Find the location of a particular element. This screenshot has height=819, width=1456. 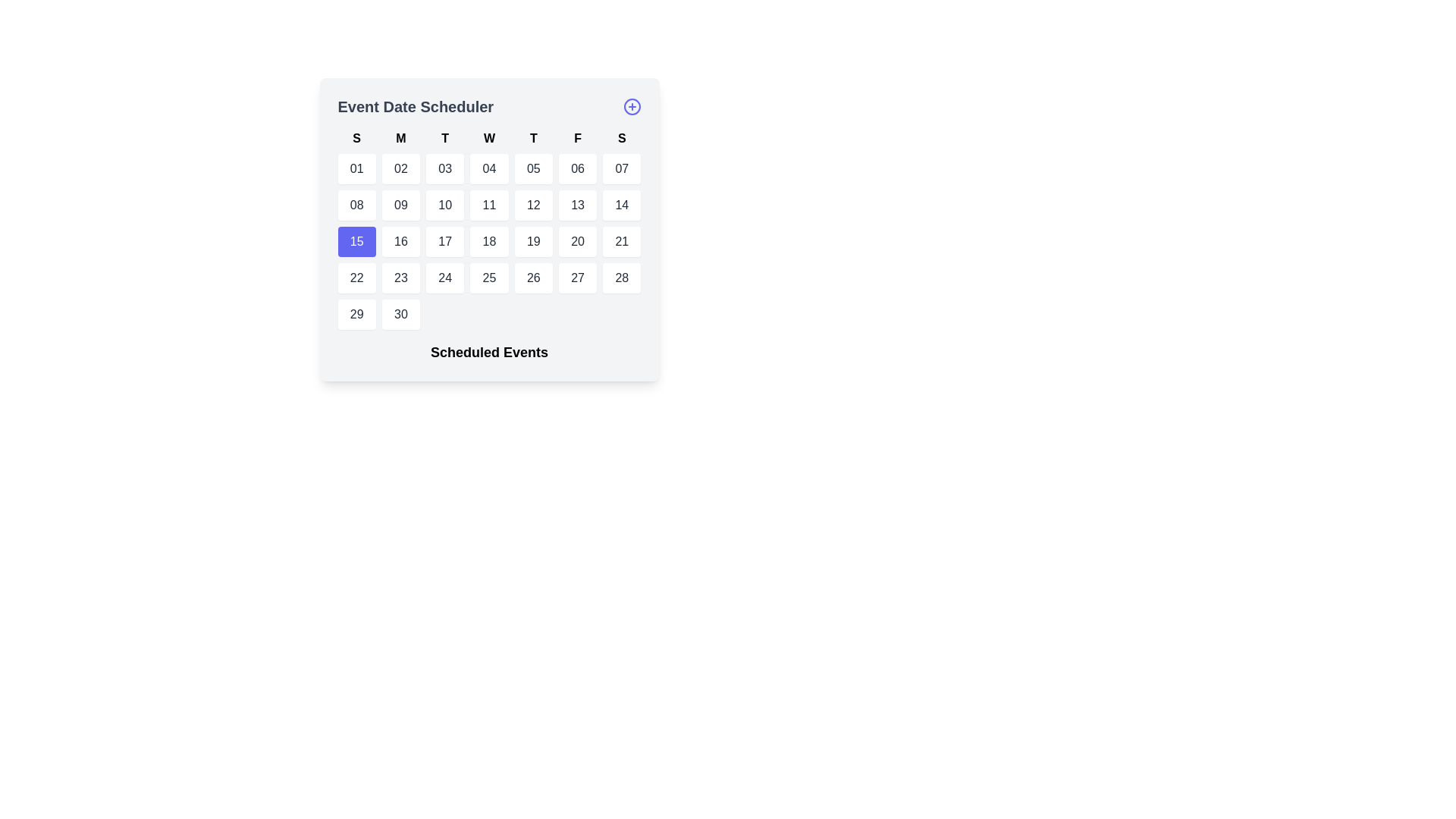

the calendar date button displaying '26' in the 'Event Date Scheduler' is located at coordinates (533, 278).